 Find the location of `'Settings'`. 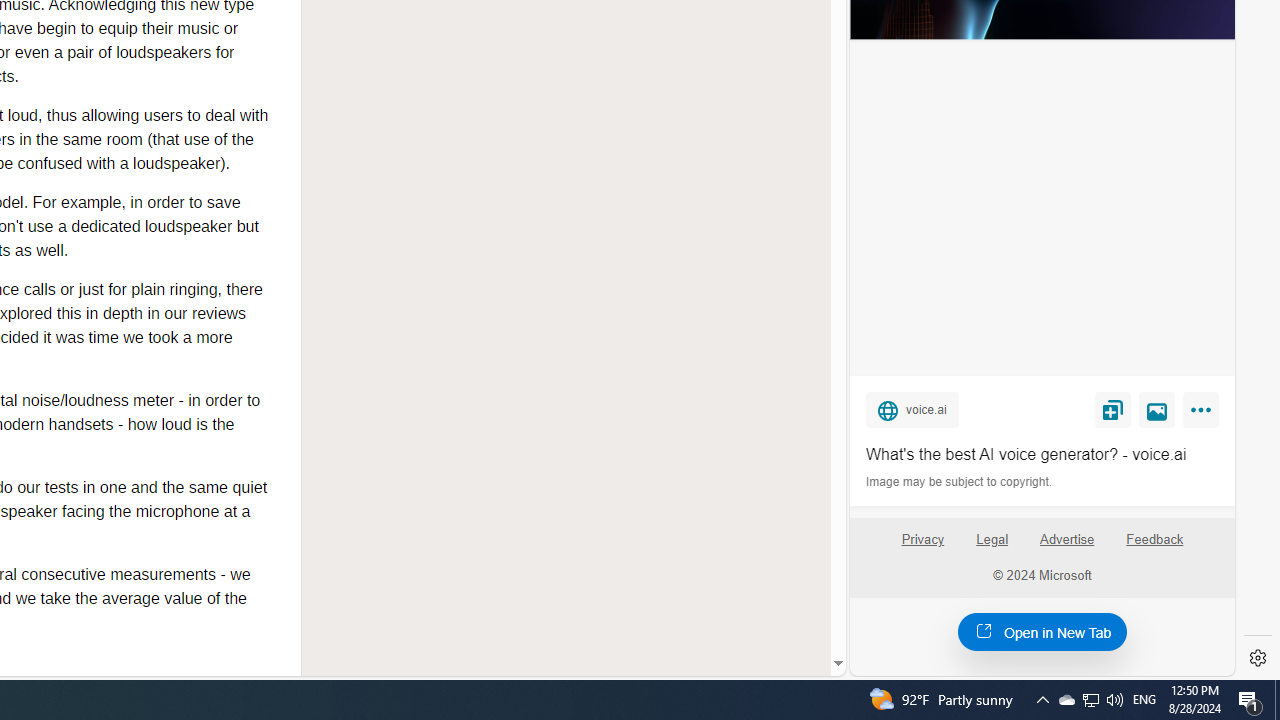

'Settings' is located at coordinates (1257, 658).